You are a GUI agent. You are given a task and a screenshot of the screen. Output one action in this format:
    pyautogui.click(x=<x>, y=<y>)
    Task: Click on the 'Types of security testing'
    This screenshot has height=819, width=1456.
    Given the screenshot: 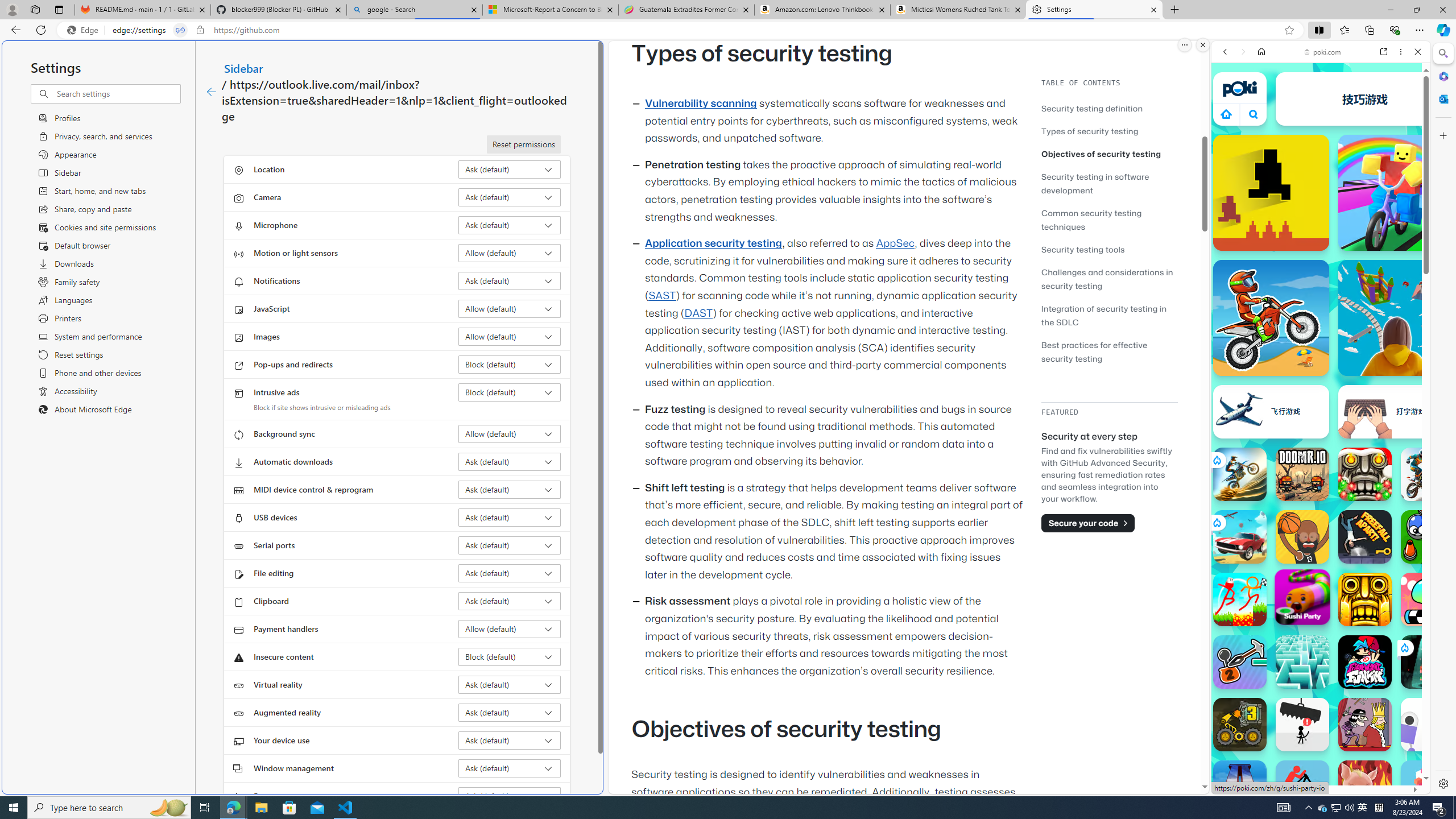 What is the action you would take?
    pyautogui.click(x=1108, y=130)
    